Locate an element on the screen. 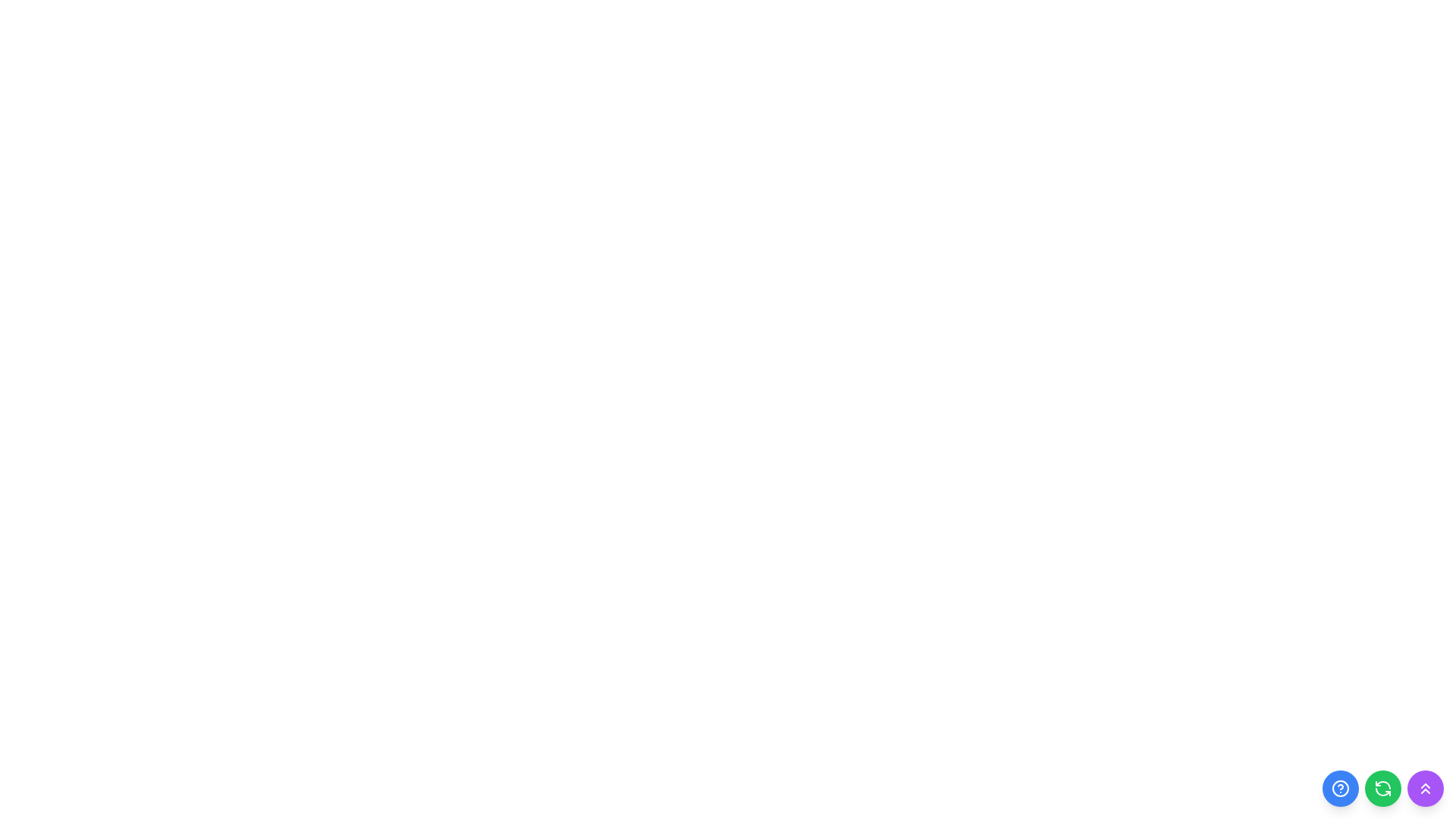  the middle circular button located at the bottom-right of the interface to reload content is located at coordinates (1383, 788).